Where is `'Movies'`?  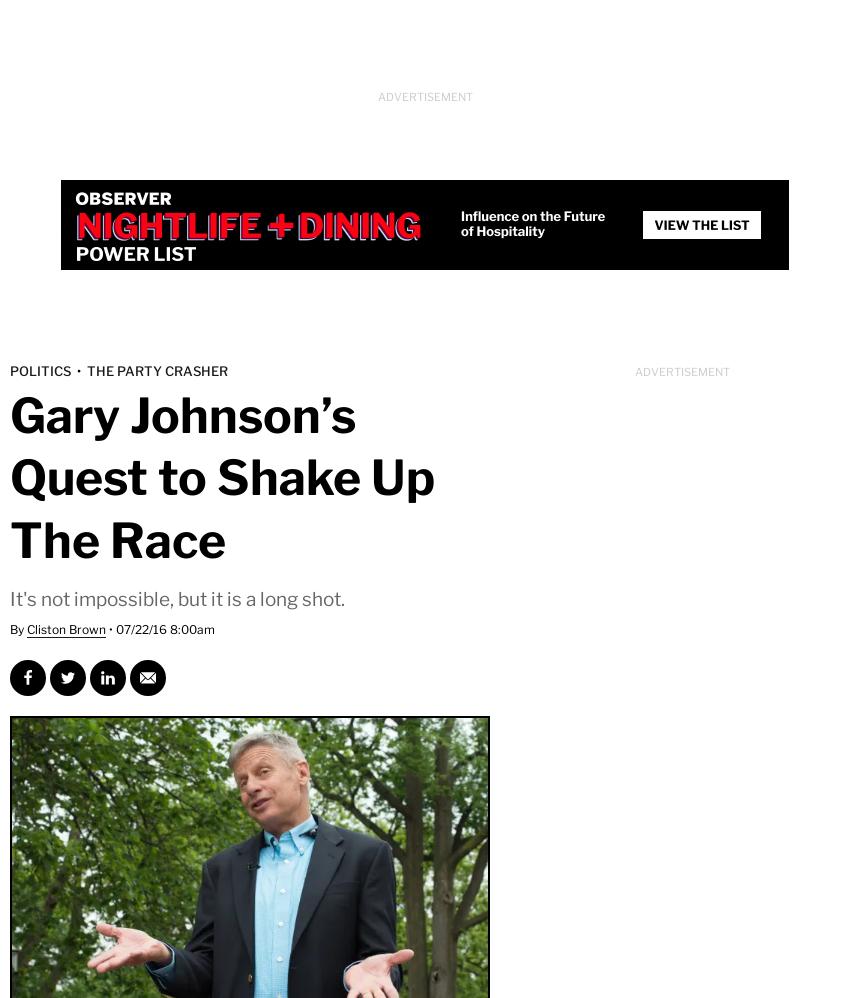
'Movies' is located at coordinates (89, 245).